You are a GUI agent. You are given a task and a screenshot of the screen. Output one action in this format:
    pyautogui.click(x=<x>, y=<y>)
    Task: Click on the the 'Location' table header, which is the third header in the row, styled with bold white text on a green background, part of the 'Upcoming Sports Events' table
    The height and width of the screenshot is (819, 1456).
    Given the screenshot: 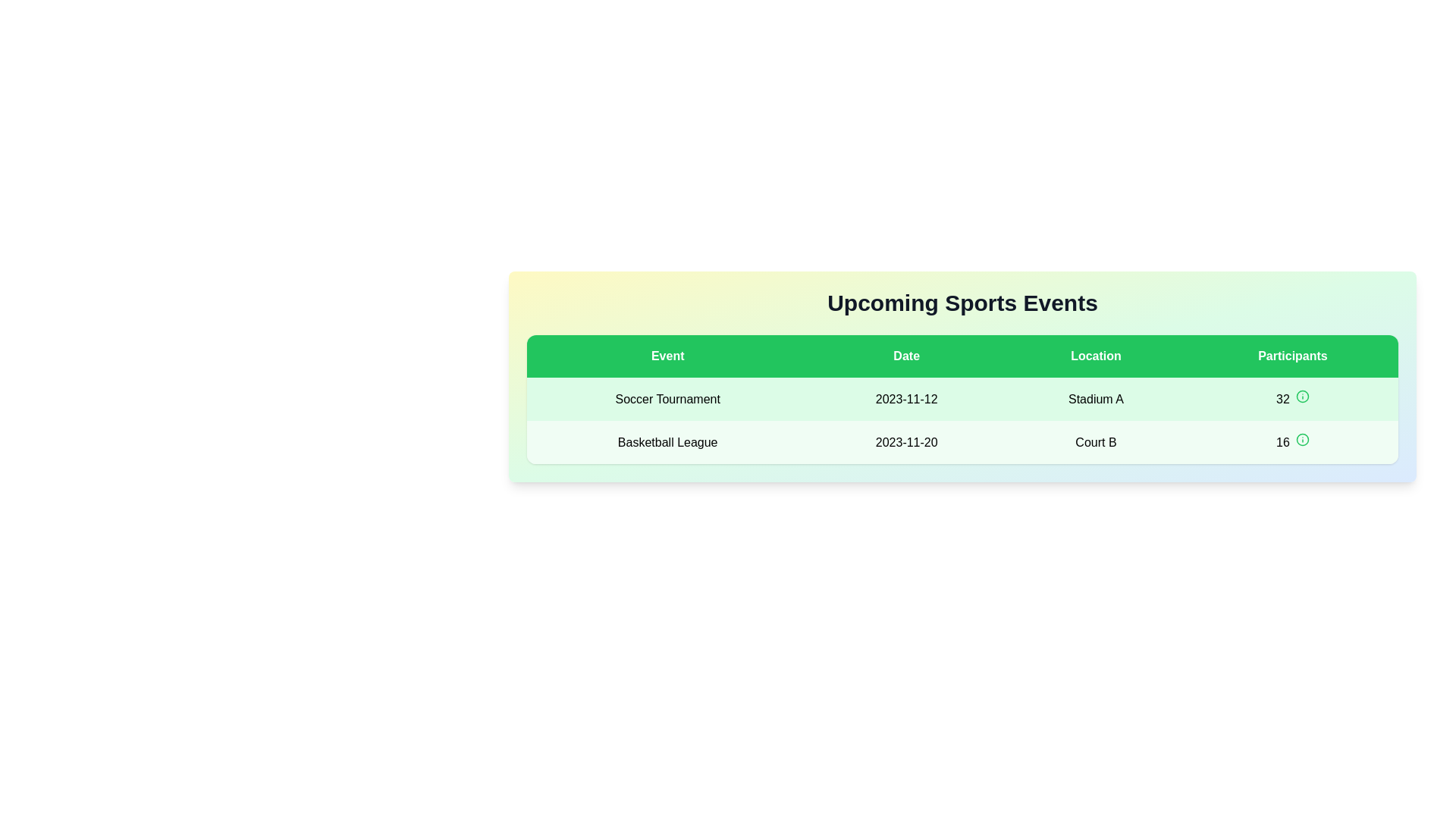 What is the action you would take?
    pyautogui.click(x=1096, y=356)
    